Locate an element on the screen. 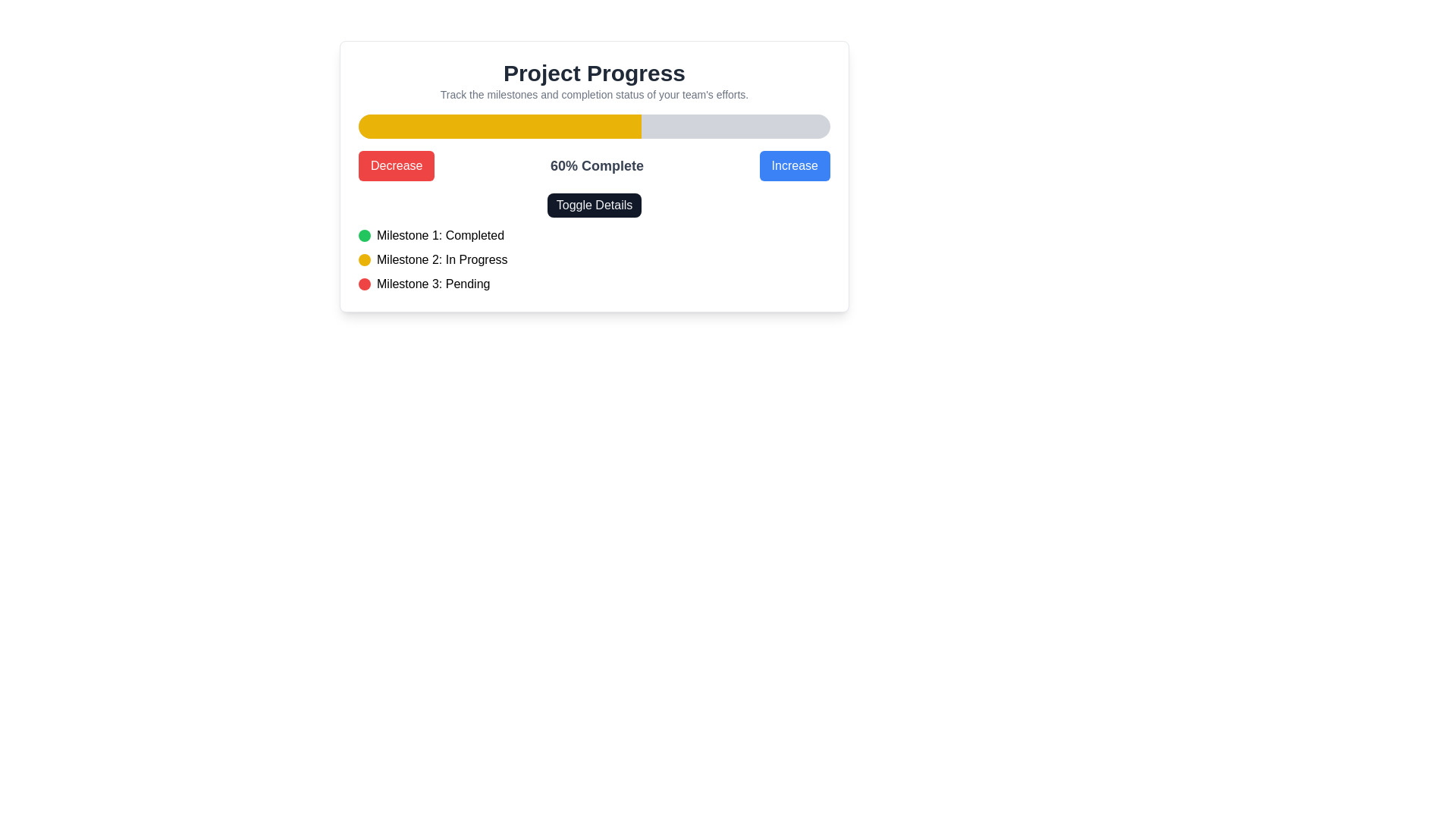 This screenshot has width=1456, height=819. the text label displaying 'Milestone 2: In Progress', which is aligned horizontally to the right of a yellow circular indicator and positioned in the middle section of a list of milestones is located at coordinates (441, 259).